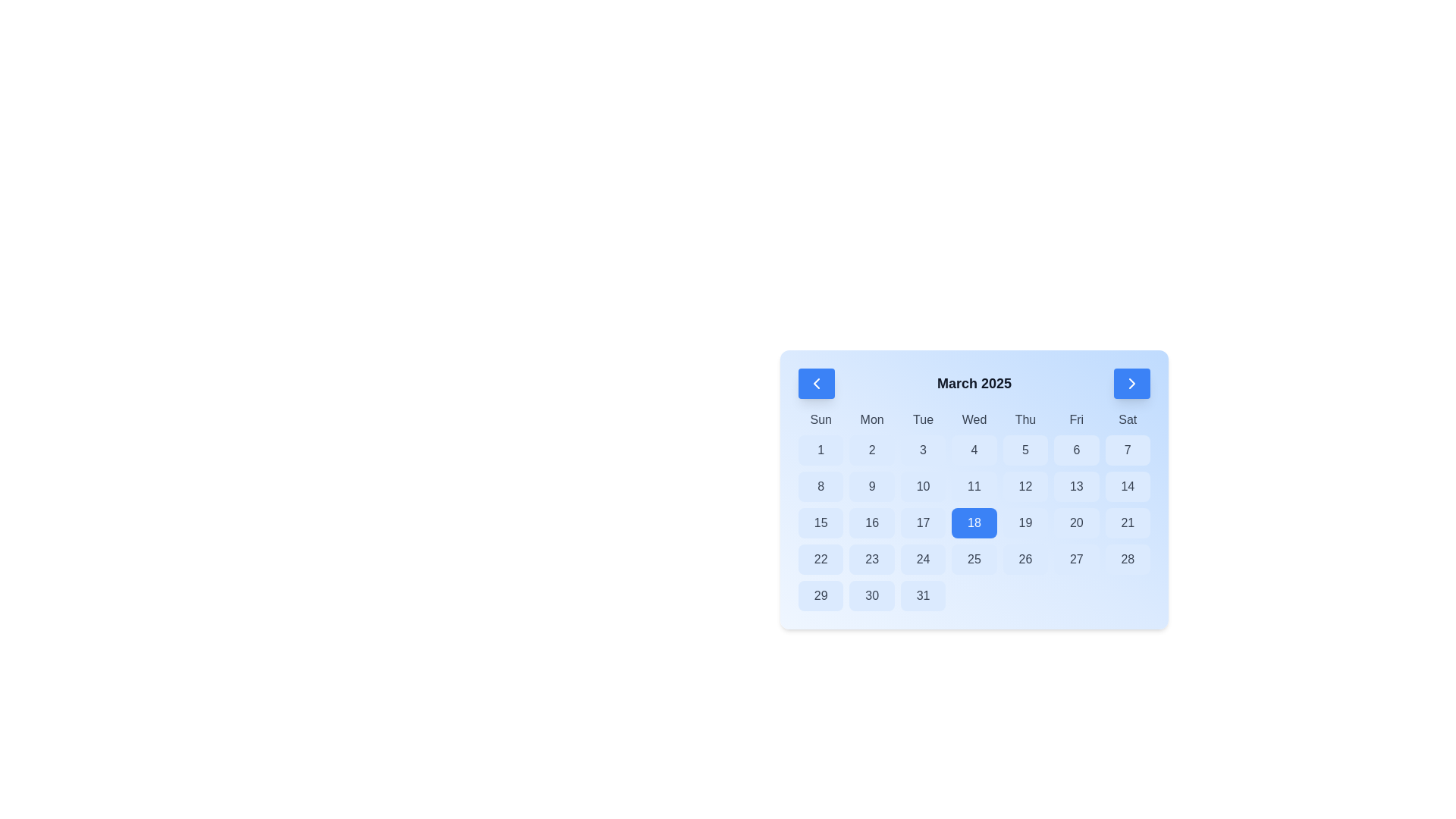 This screenshot has height=819, width=1456. I want to click on the left-facing chevron icon, which is a minimalist arrowhead pointing left, located at the top-left corner of the calendar interface, so click(815, 382).